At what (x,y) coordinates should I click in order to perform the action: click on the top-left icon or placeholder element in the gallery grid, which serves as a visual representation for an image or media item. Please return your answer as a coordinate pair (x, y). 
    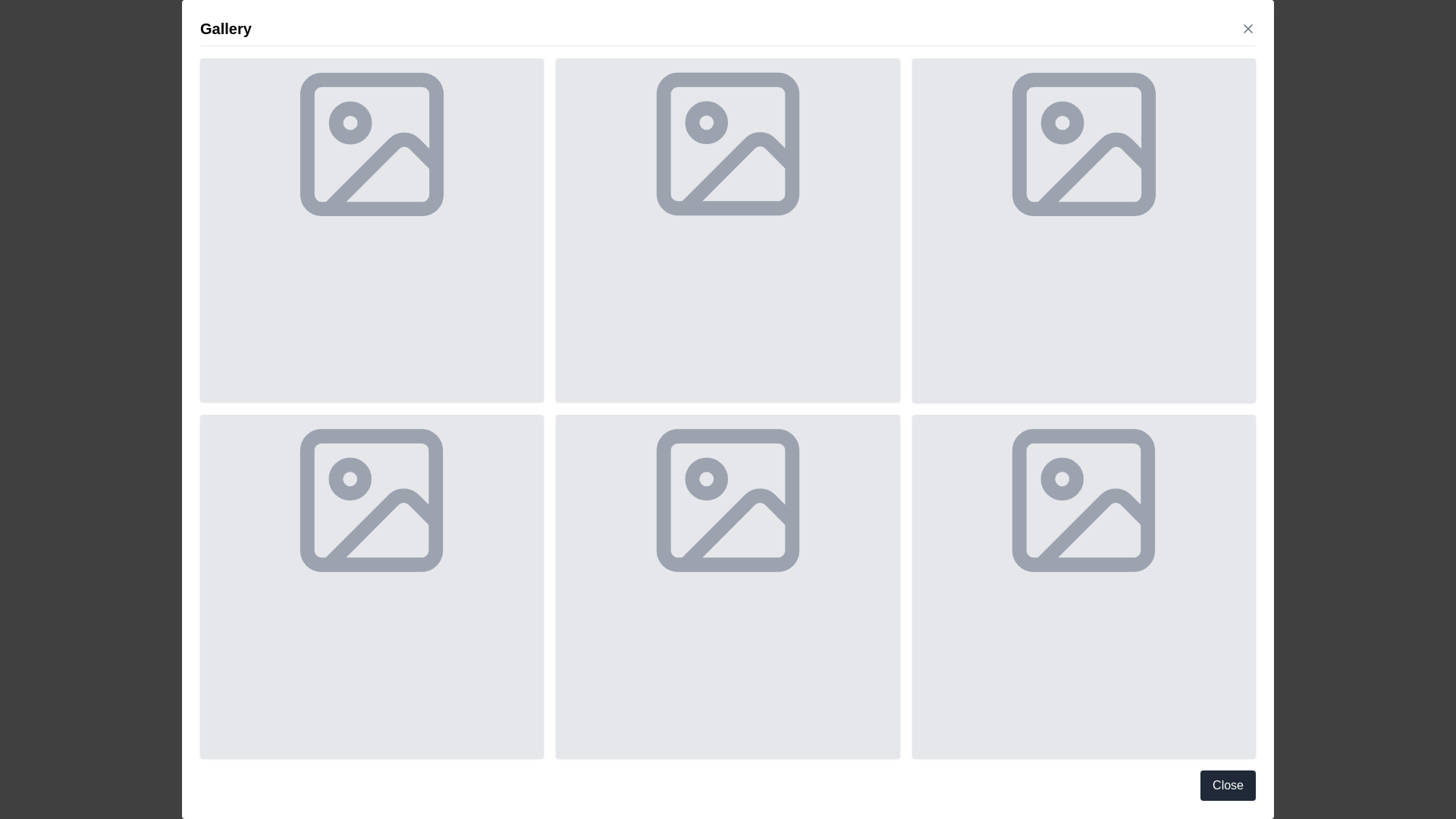
    Looking at the image, I should click on (372, 144).